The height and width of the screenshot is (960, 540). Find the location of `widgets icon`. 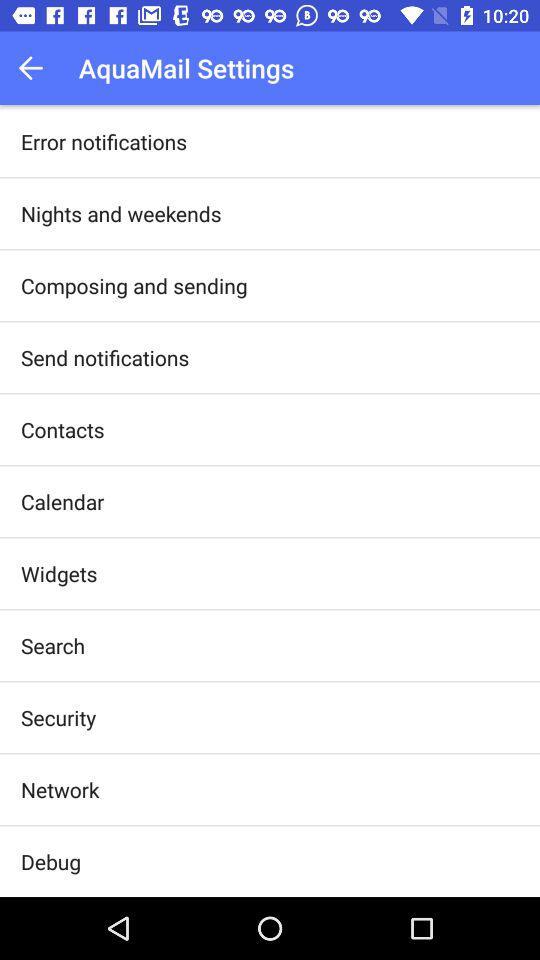

widgets icon is located at coordinates (59, 573).